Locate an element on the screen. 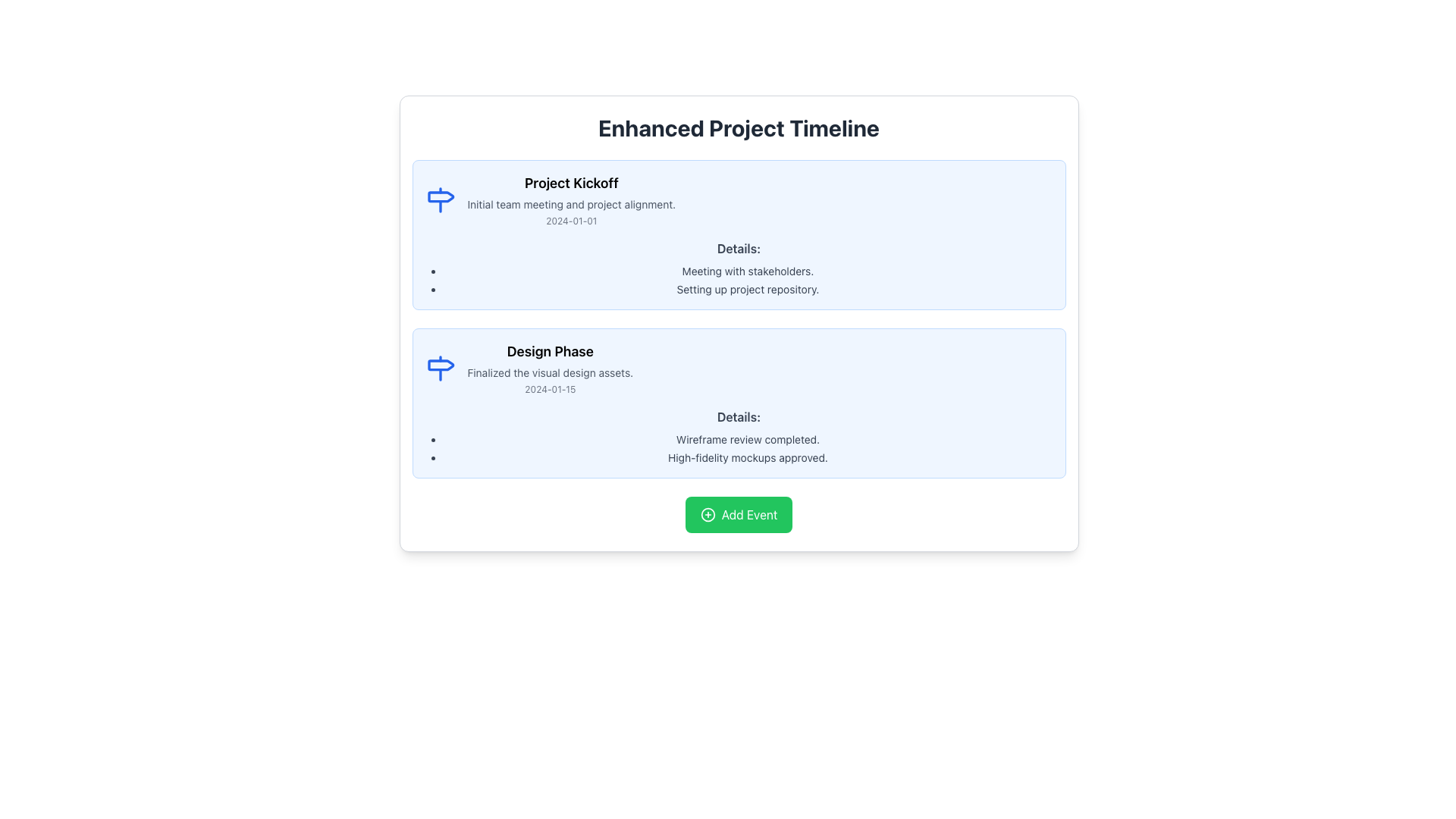  text content that serves as the first item in the bullet-point list under the 'Details:' label in the 'Design Phase' section of the 'Enhanced Project Timeline' interface is located at coordinates (748, 439).